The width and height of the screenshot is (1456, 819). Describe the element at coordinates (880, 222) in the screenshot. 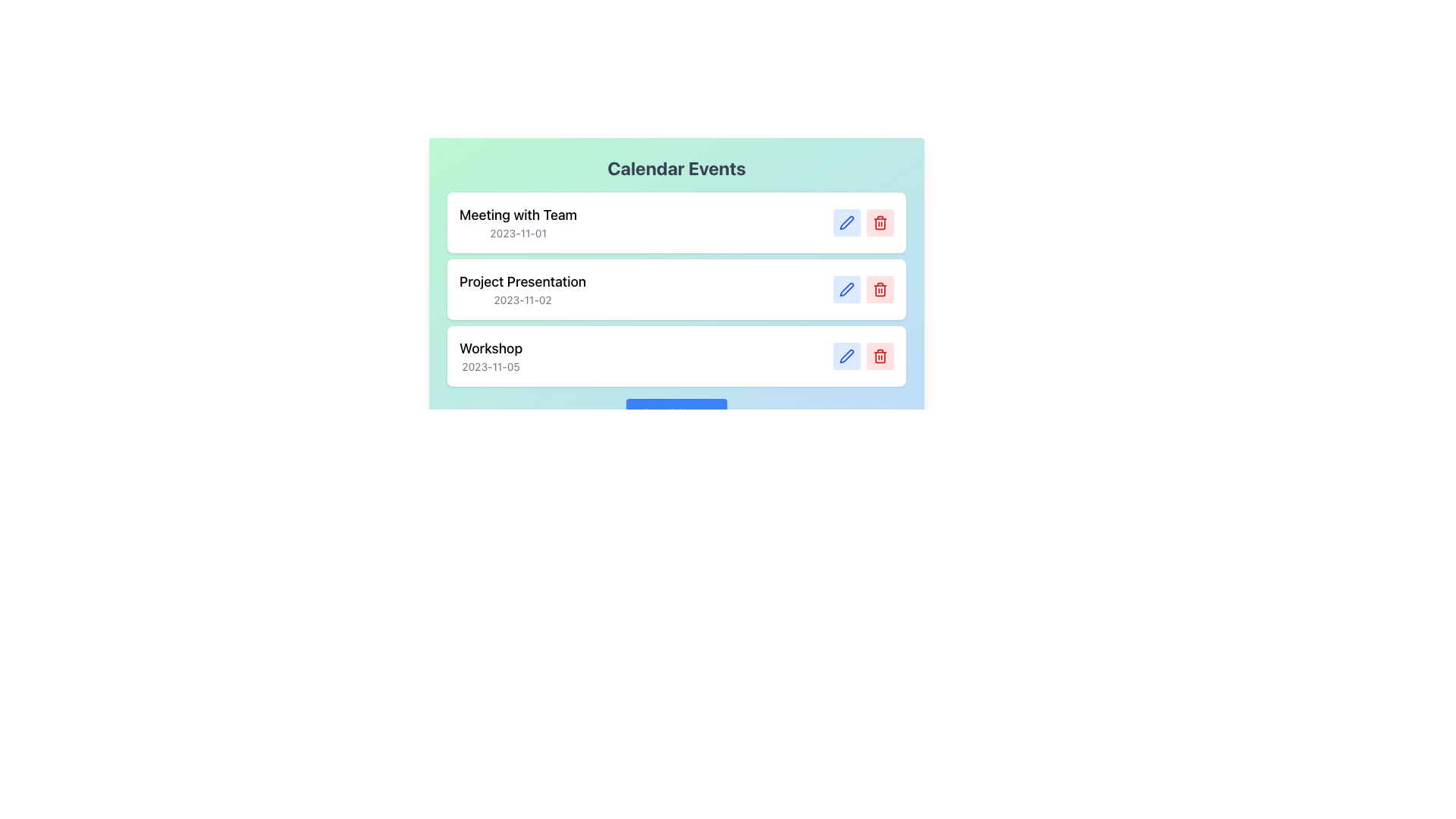

I see `the delete icon button located to the right of the blue 'edit' pencil icon in the 'Calendar Events' section` at that location.